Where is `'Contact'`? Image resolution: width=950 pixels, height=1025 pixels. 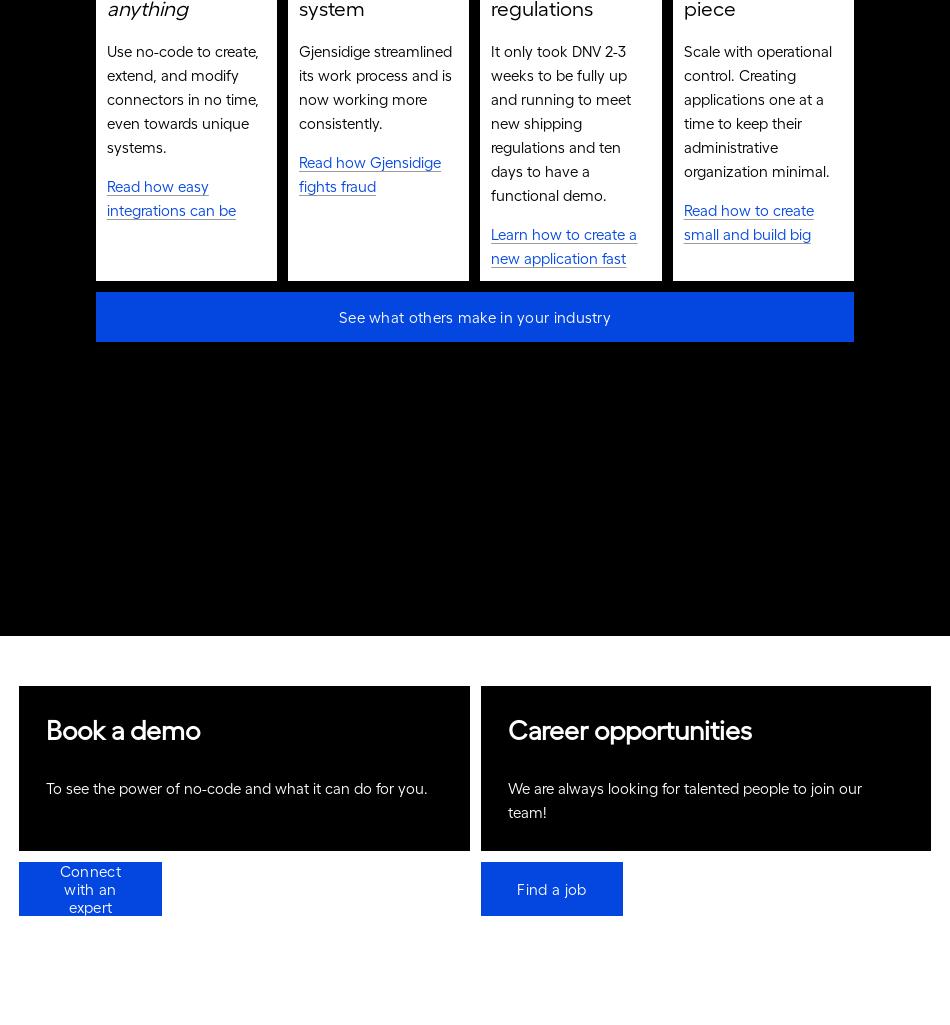 'Contact' is located at coordinates (161, 41).